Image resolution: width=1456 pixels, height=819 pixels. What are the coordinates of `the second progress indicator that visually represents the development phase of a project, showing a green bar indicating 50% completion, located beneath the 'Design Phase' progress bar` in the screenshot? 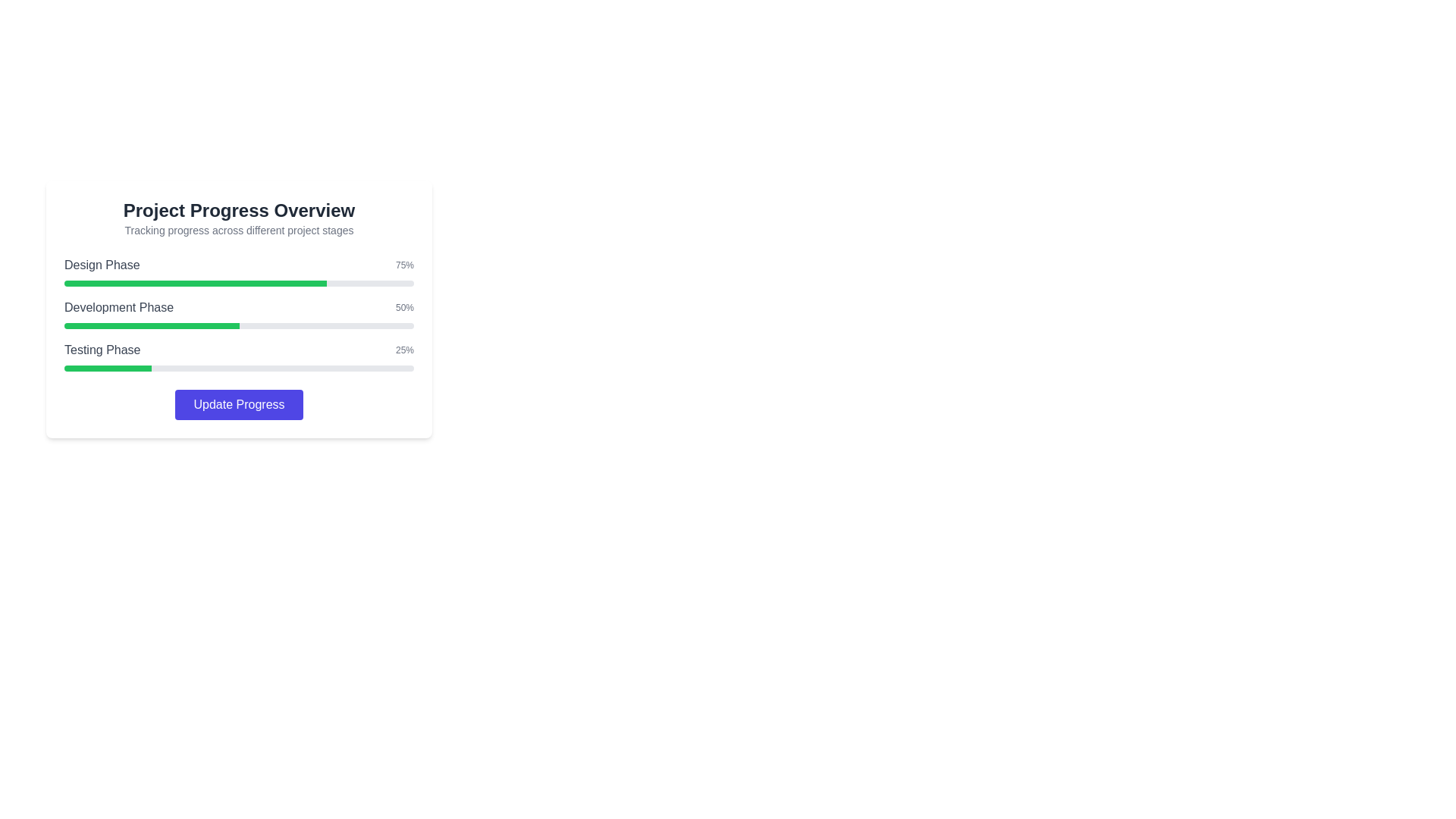 It's located at (238, 312).